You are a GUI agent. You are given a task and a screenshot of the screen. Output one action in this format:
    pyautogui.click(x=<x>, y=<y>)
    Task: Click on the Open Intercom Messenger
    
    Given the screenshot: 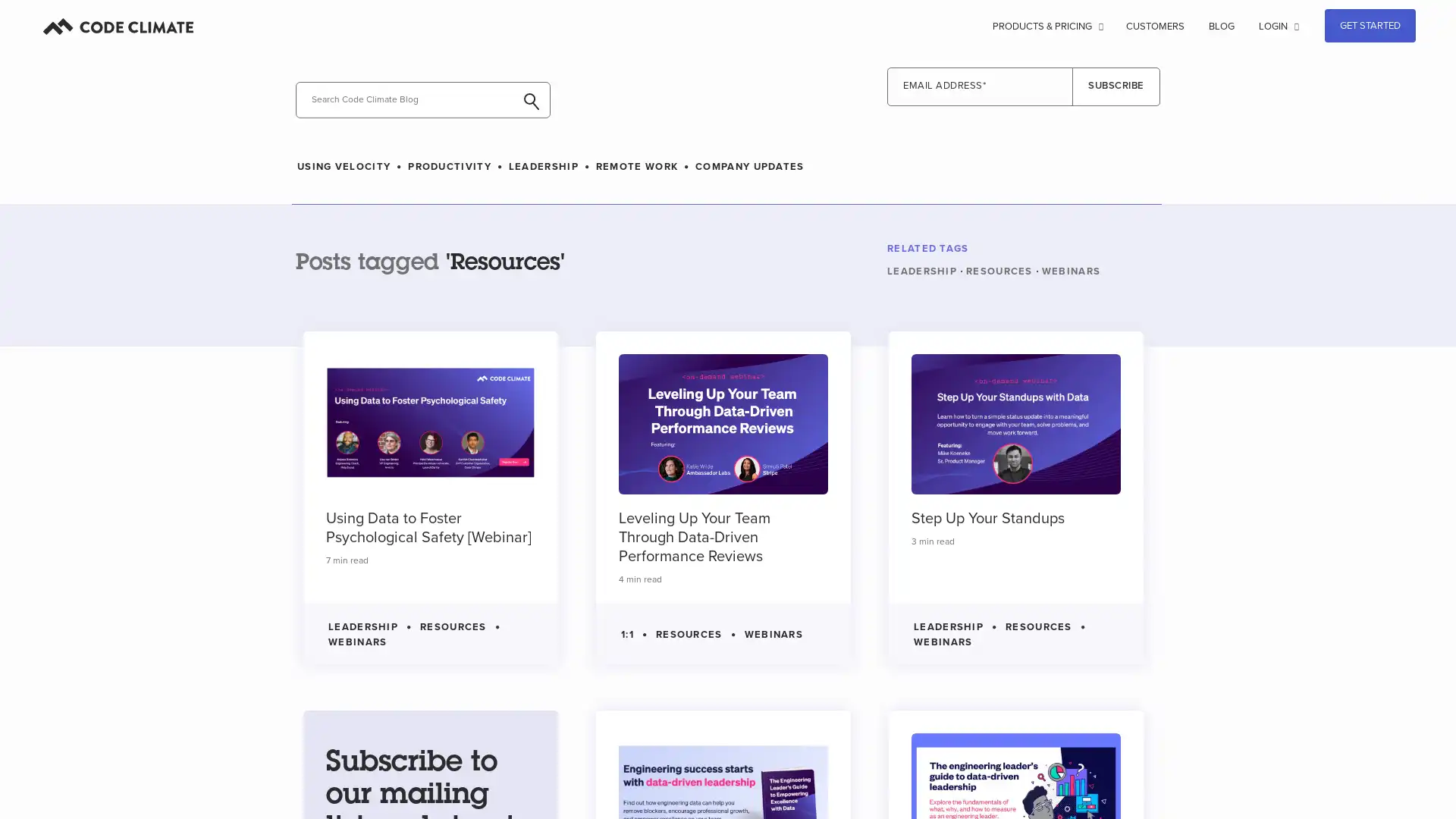 What is the action you would take?
    pyautogui.click(x=1401, y=780)
    